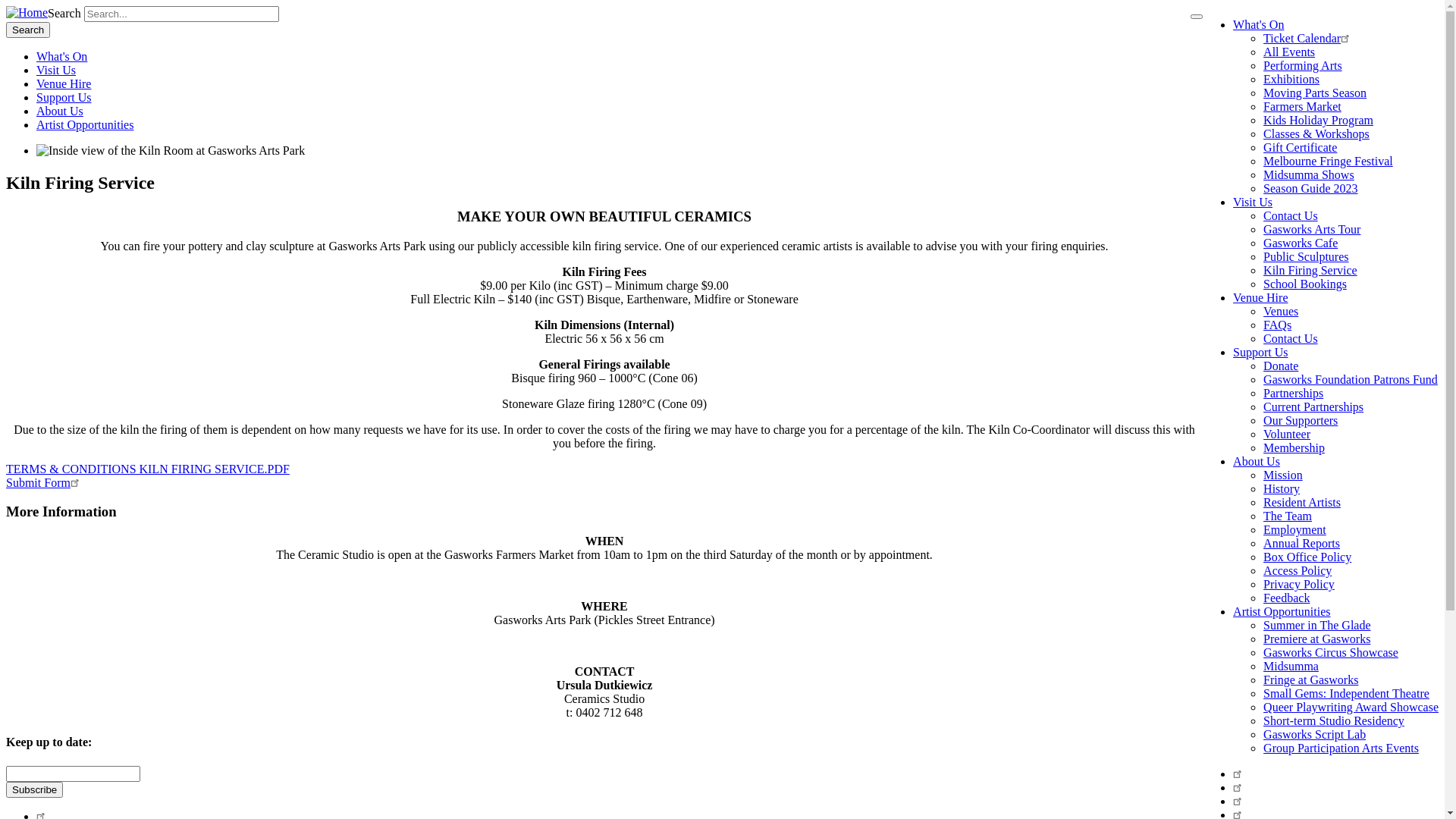 The width and height of the screenshot is (1456, 819). Describe the element at coordinates (28, 30) in the screenshot. I see `'Search'` at that location.